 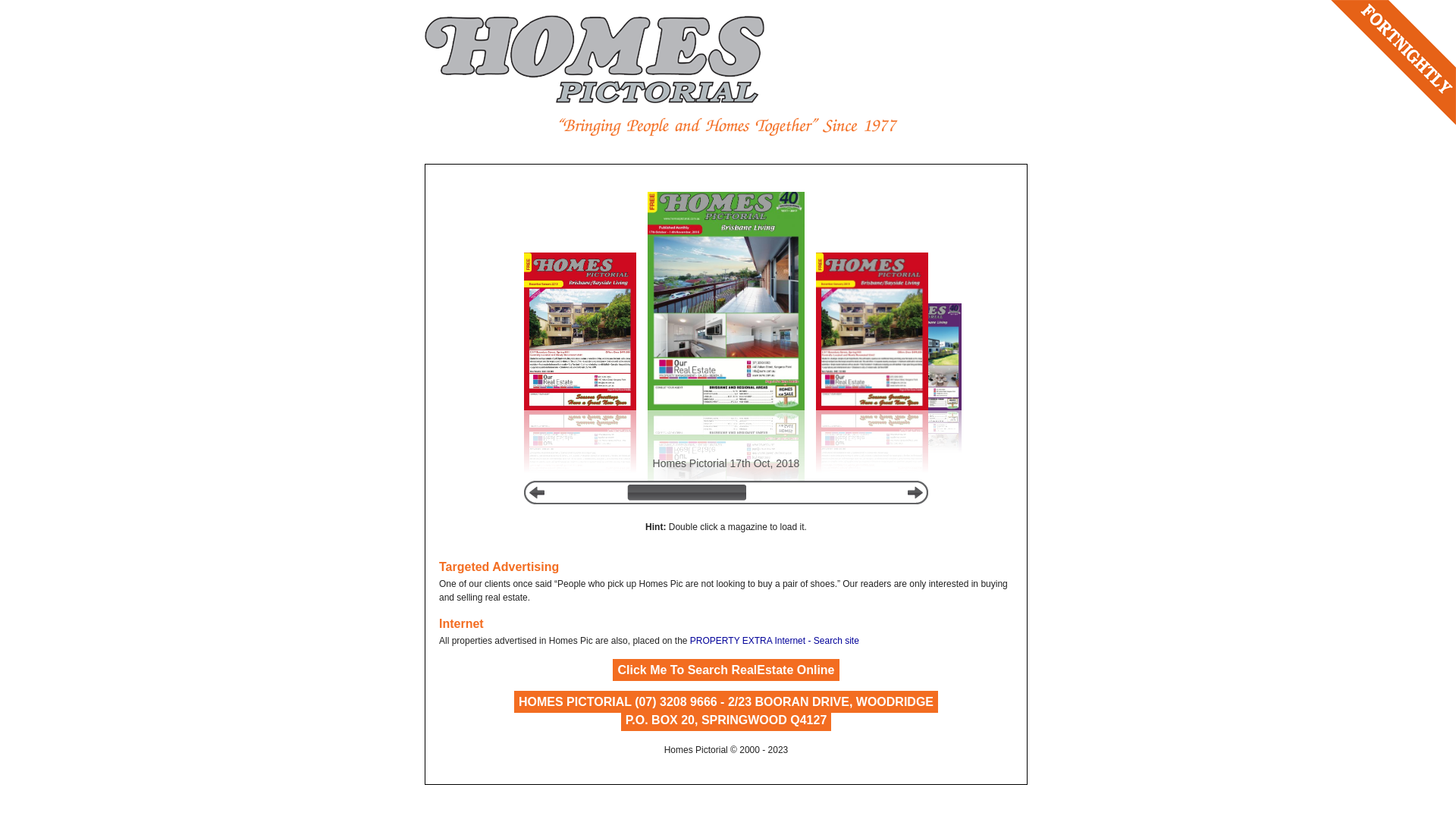 What do you see at coordinates (724, 670) in the screenshot?
I see `'Click Me To Search RealEstate Online'` at bounding box center [724, 670].